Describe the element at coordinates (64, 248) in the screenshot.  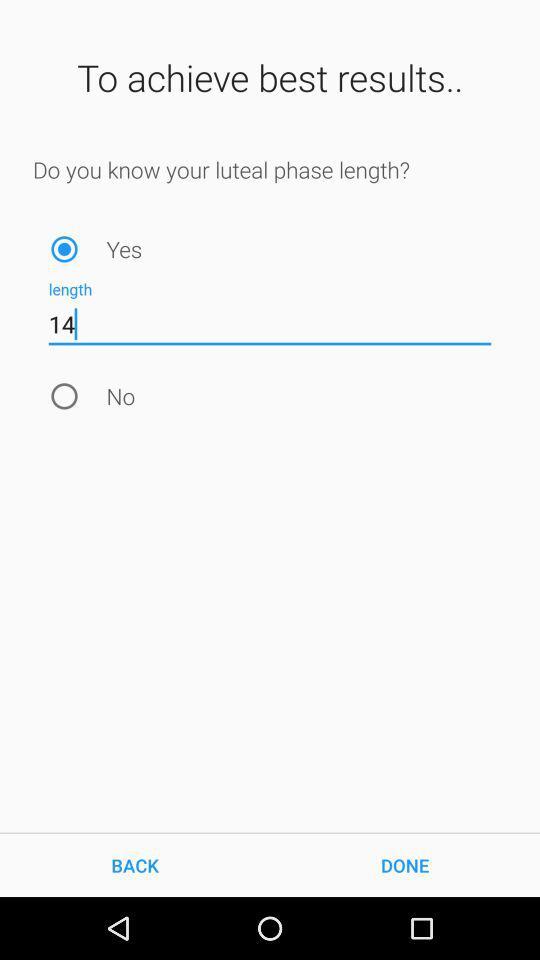
I see `the item above the 14` at that location.